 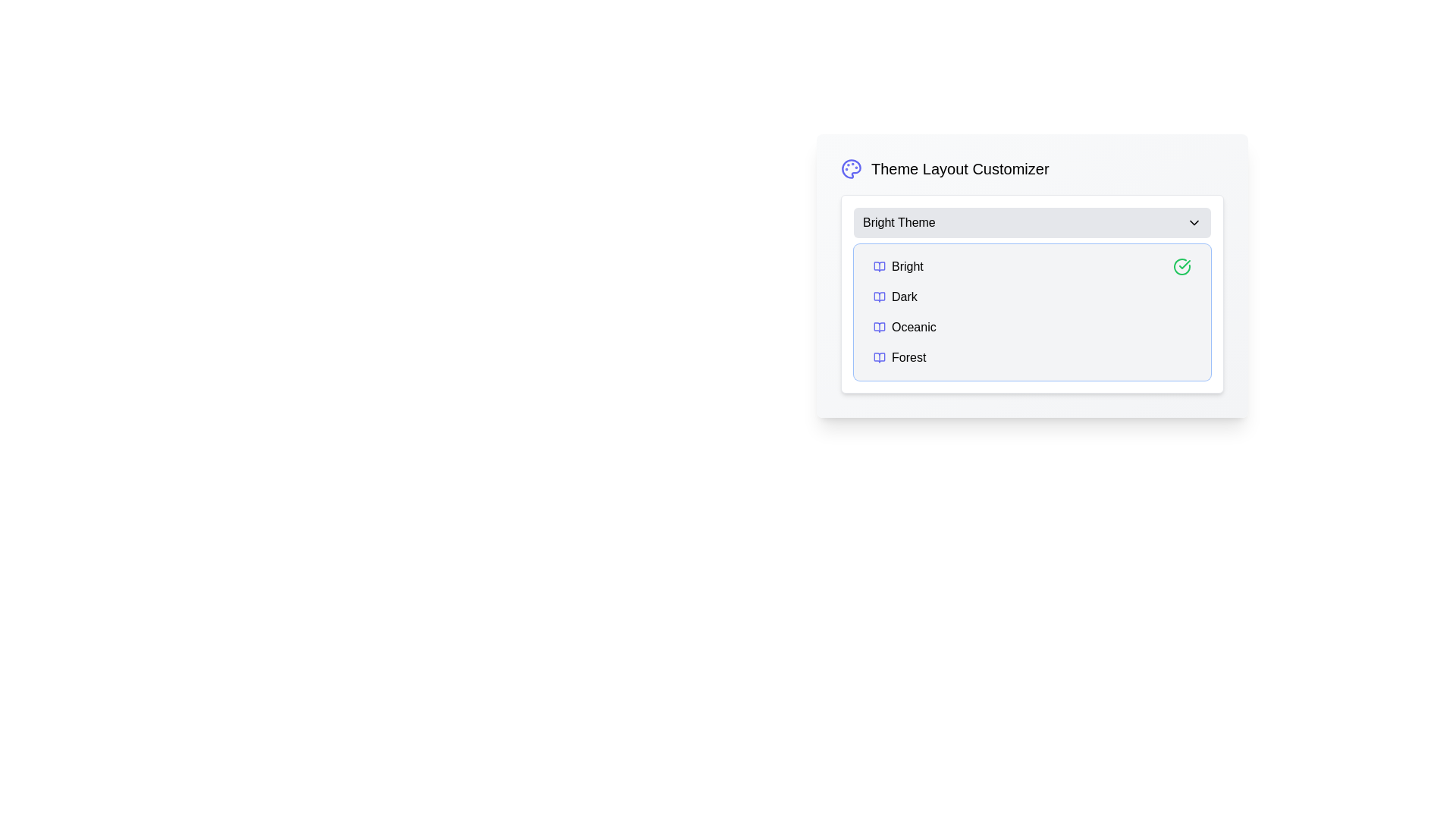 What do you see at coordinates (908, 357) in the screenshot?
I see `the 'Forest' dropdown option within the 'Theme Layout Customizer'` at bounding box center [908, 357].